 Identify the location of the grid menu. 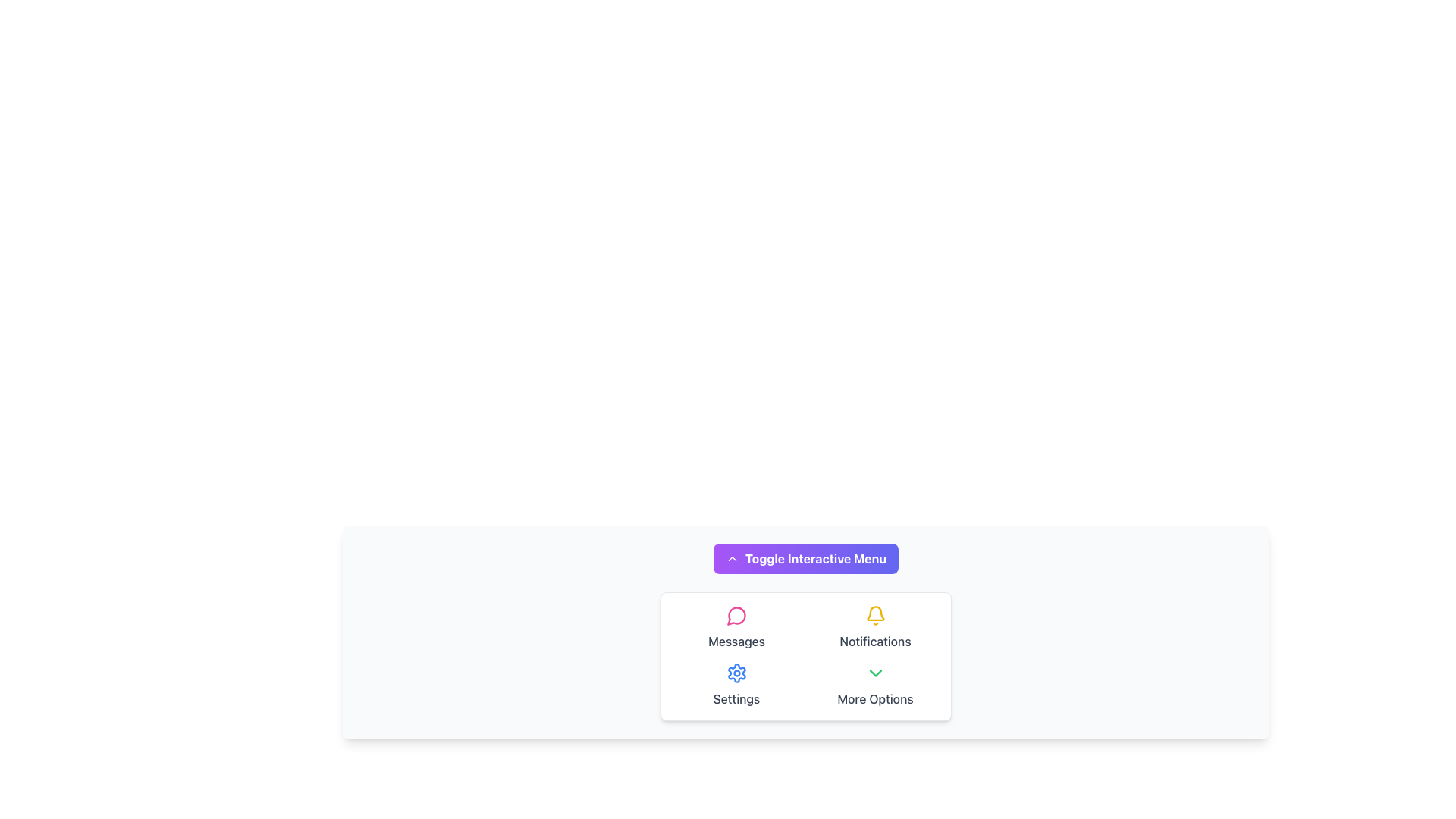
(805, 656).